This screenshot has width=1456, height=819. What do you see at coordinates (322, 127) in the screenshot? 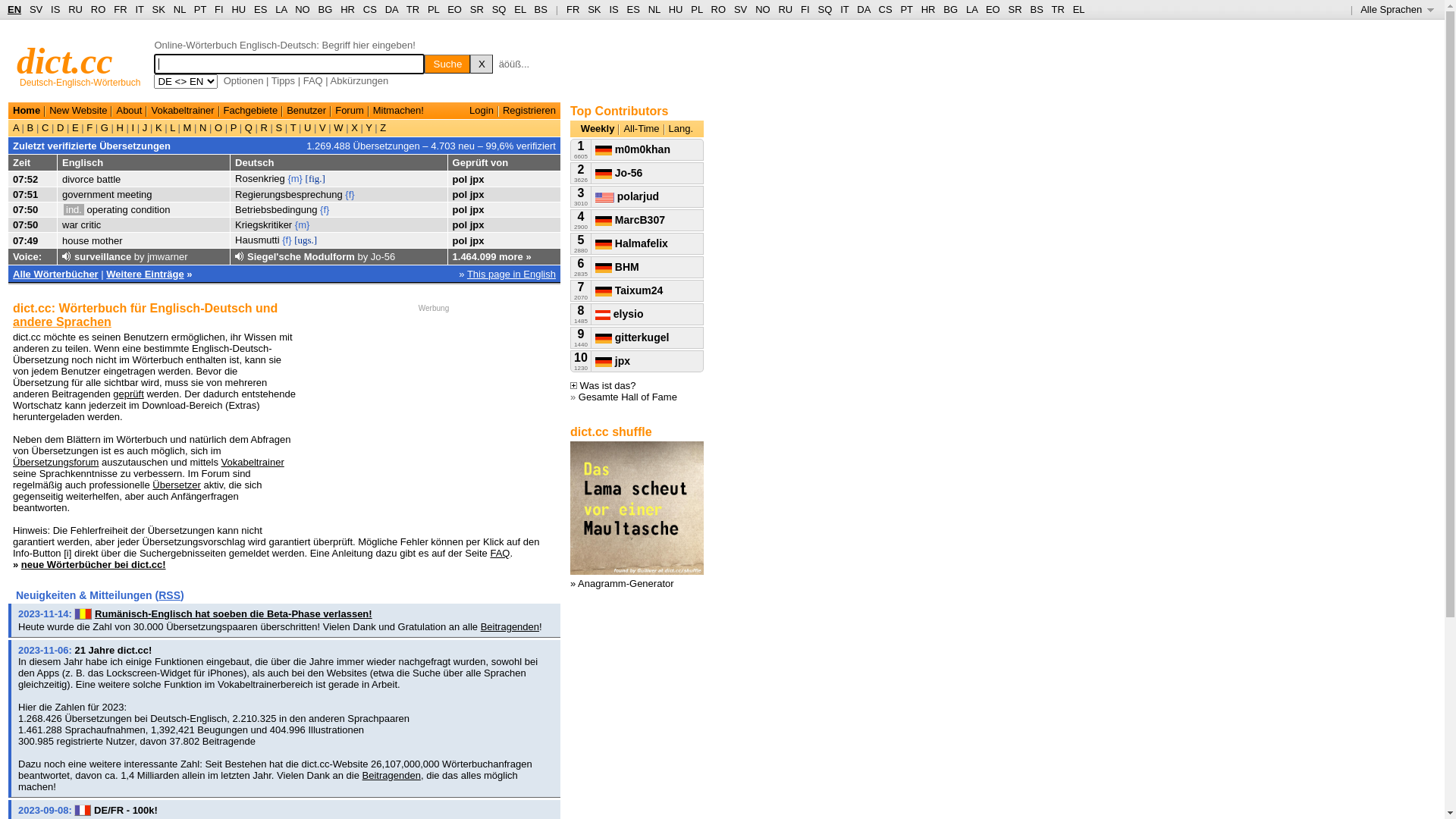
I see `'V'` at bounding box center [322, 127].